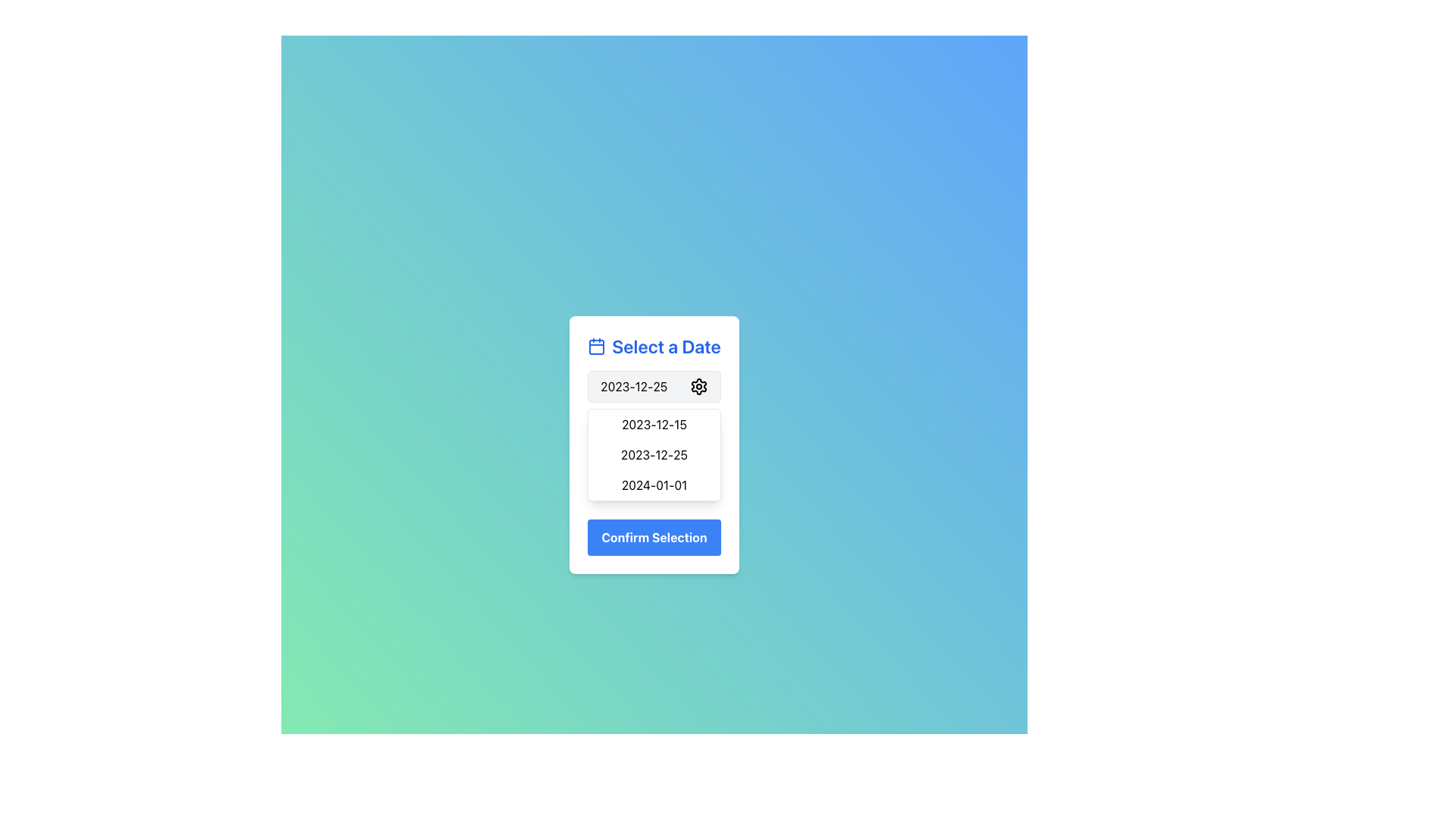 The image size is (1456, 819). What do you see at coordinates (654, 444) in the screenshot?
I see `the dropdown menu for date selection located below the currently selected date field in the date selection modal` at bounding box center [654, 444].